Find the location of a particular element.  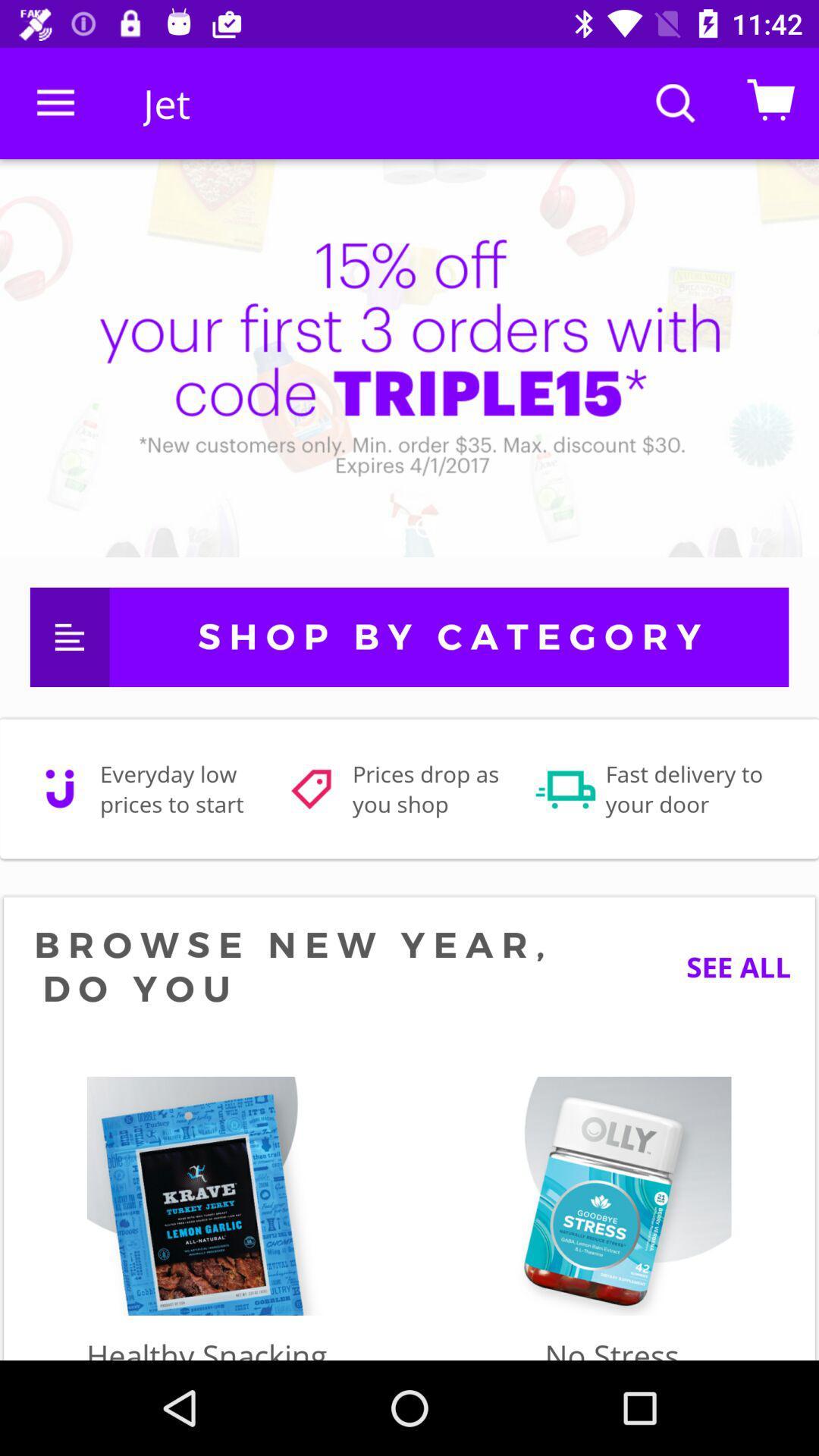

the icon to the left of jet item is located at coordinates (55, 102).